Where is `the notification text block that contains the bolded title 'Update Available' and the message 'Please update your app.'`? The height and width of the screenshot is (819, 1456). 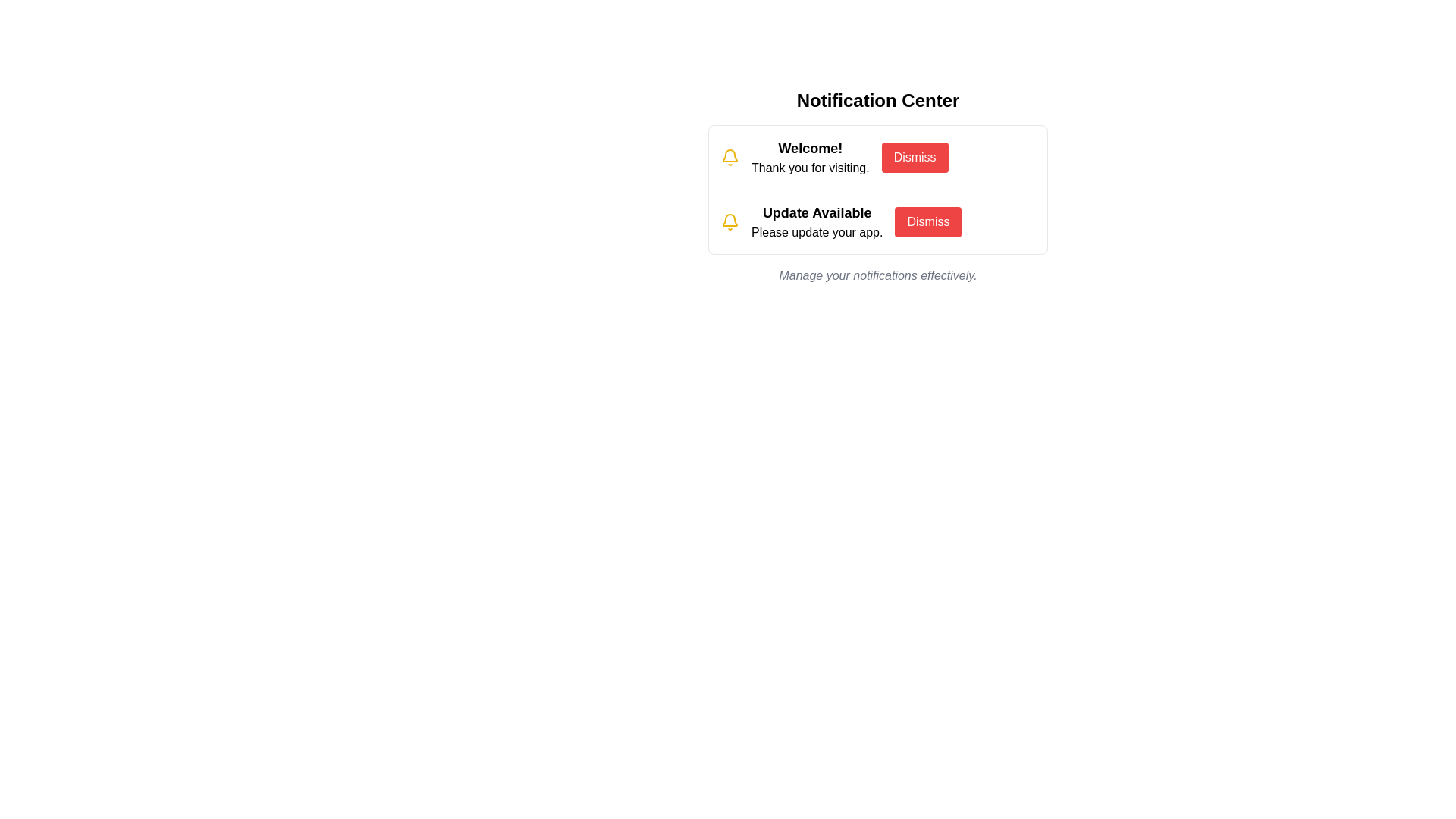
the notification text block that contains the bolded title 'Update Available' and the message 'Please update your app.' is located at coordinates (816, 222).